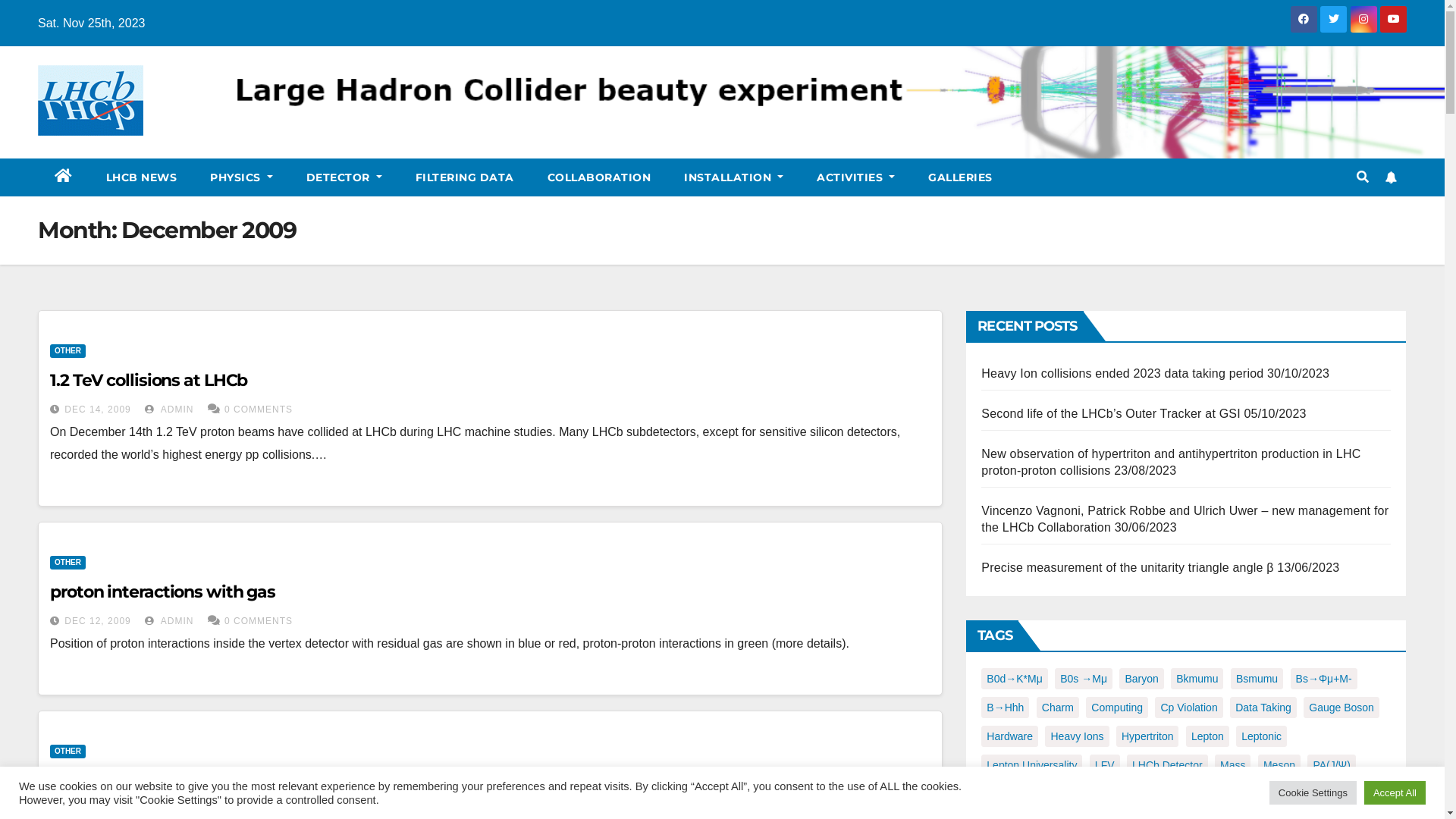 Image resolution: width=1456 pixels, height=819 pixels. I want to click on 'Lepton Universality', so click(1031, 765).